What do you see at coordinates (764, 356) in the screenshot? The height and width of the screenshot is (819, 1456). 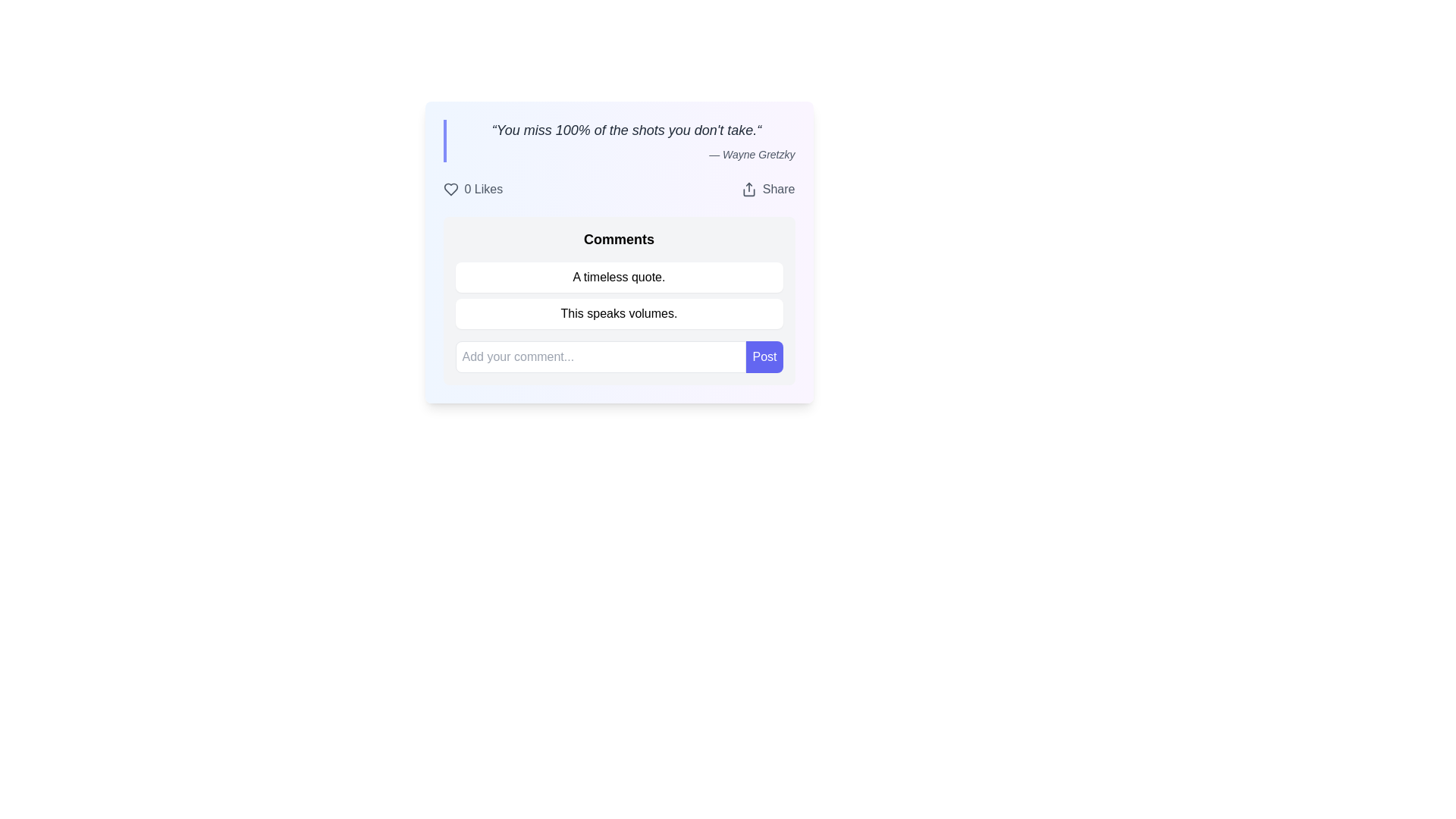 I see `the submit button located to the right of the 'Add your comment...' text field` at bounding box center [764, 356].